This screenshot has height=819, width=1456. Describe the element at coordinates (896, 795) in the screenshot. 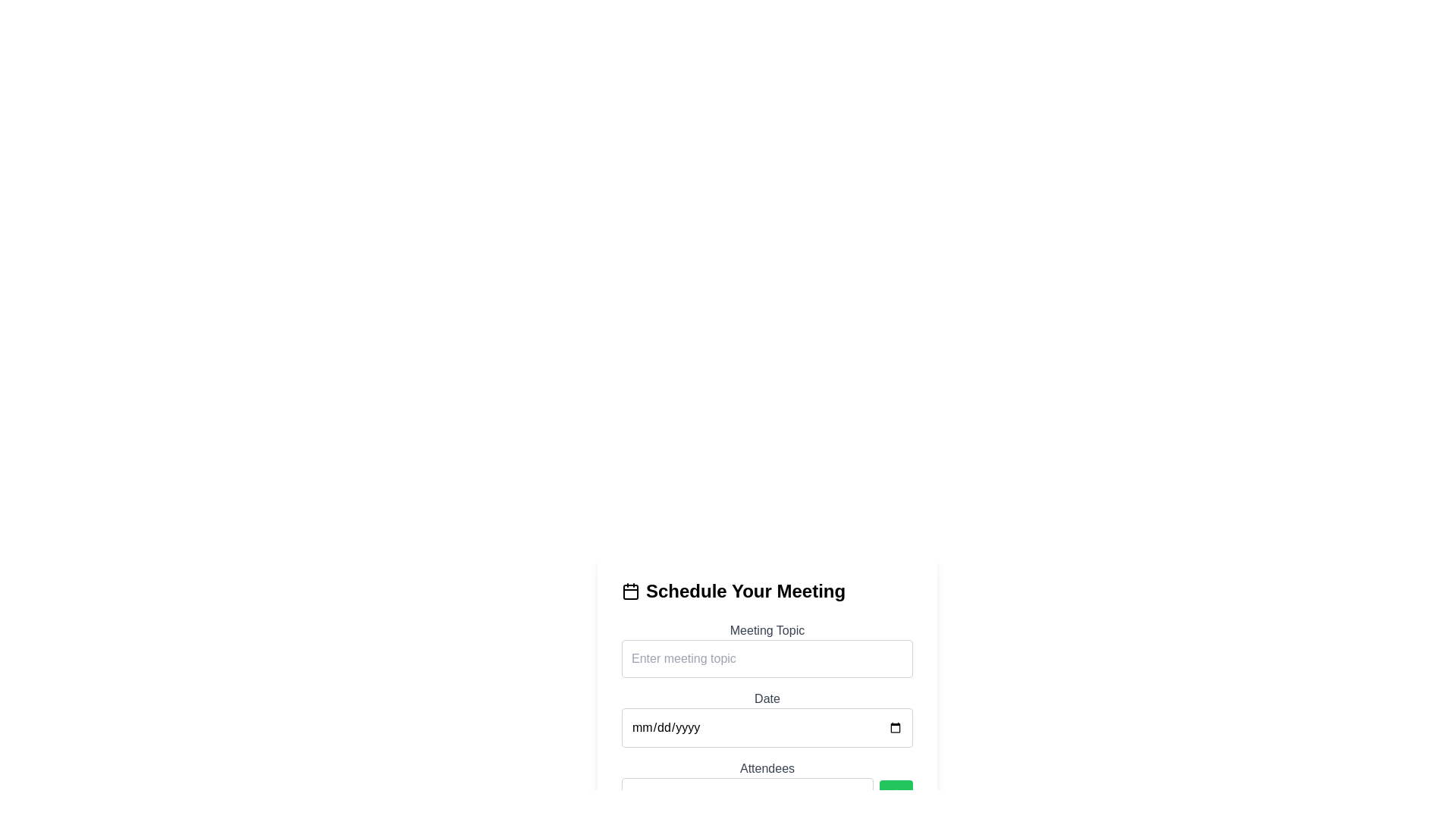

I see `the circular 'add' button located at the bottom right of the form interface beneath the 'Attendees' input field` at that location.